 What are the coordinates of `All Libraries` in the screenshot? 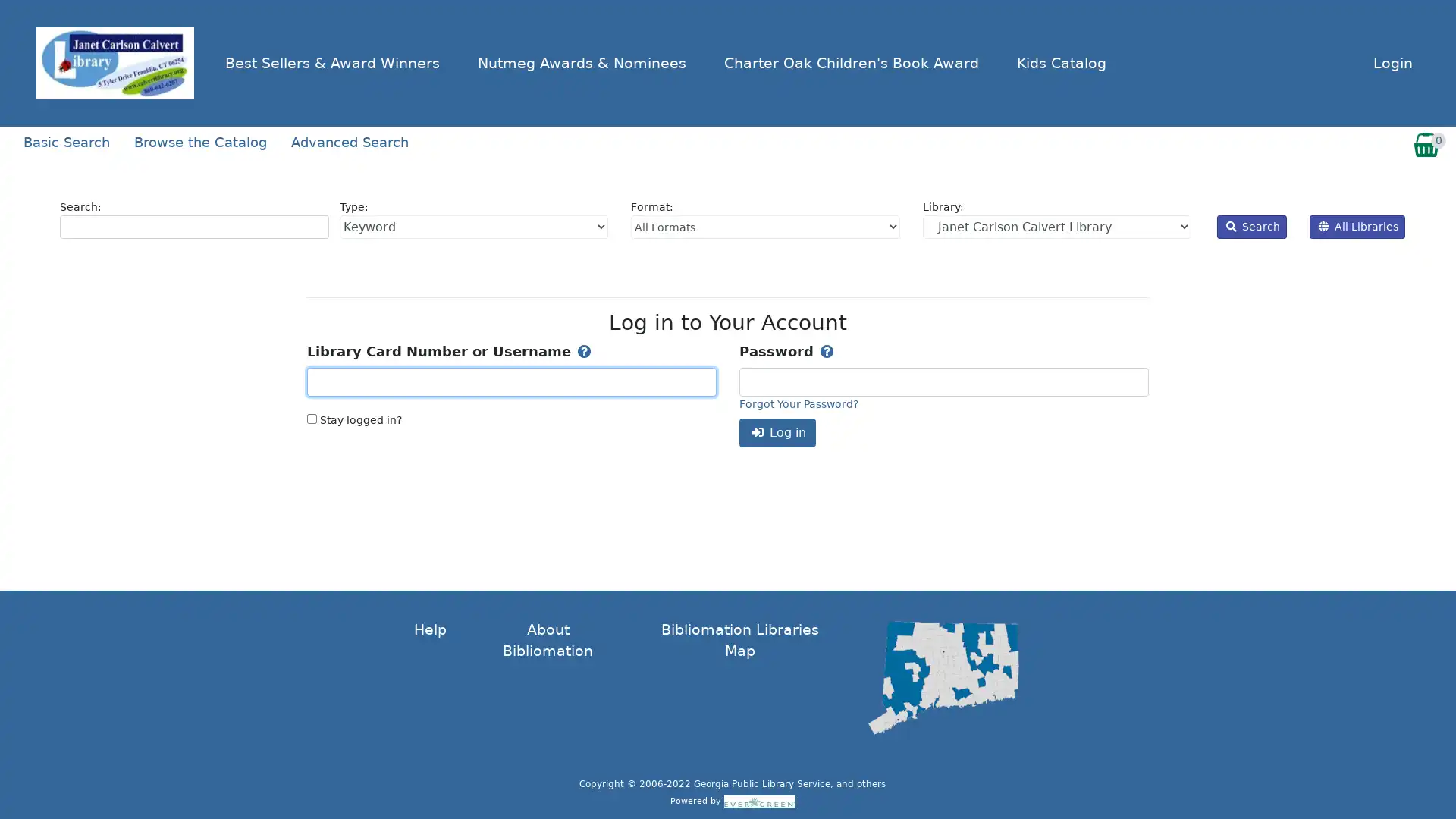 It's located at (1357, 226).